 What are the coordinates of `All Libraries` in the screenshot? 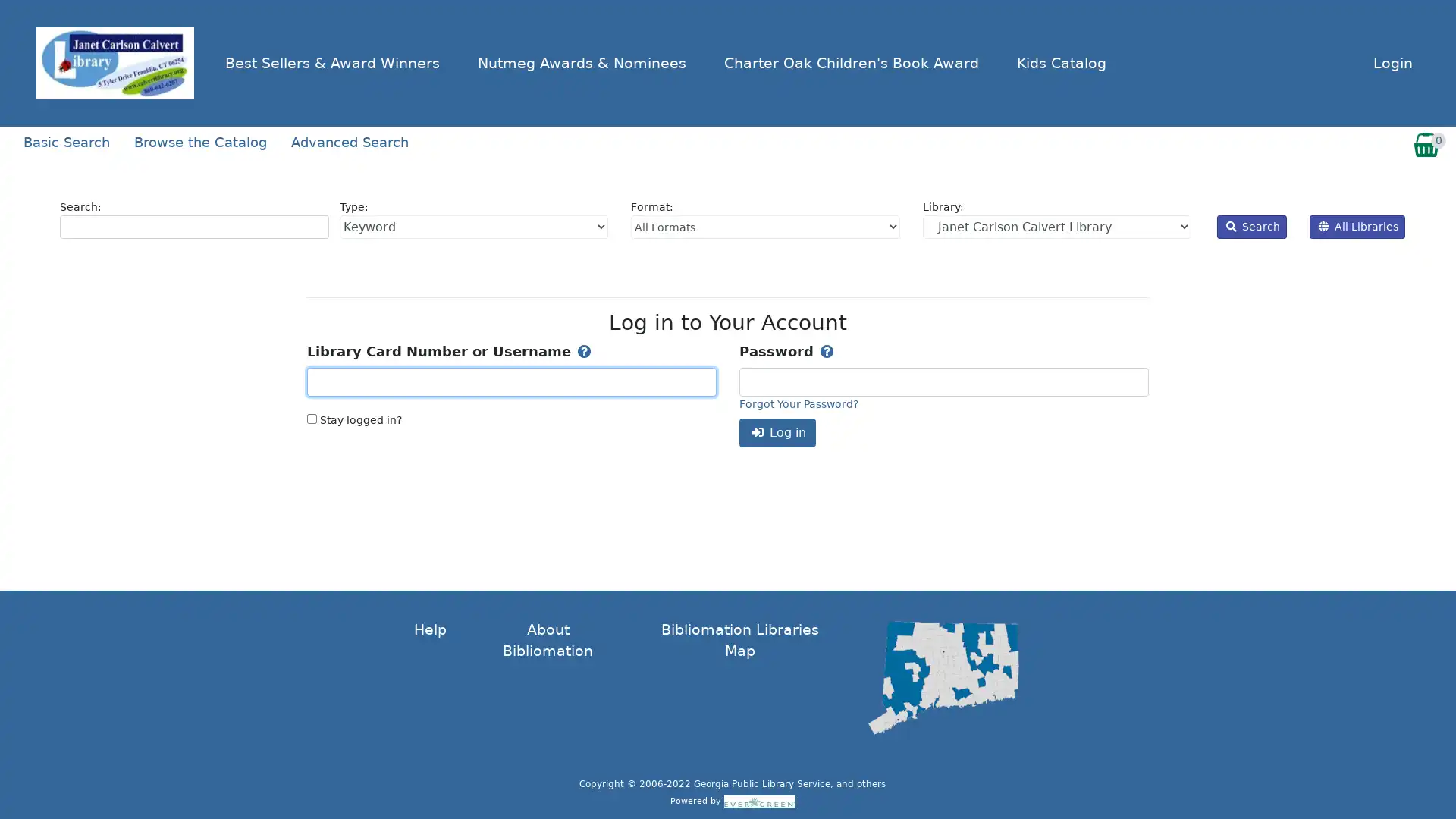 It's located at (1357, 226).